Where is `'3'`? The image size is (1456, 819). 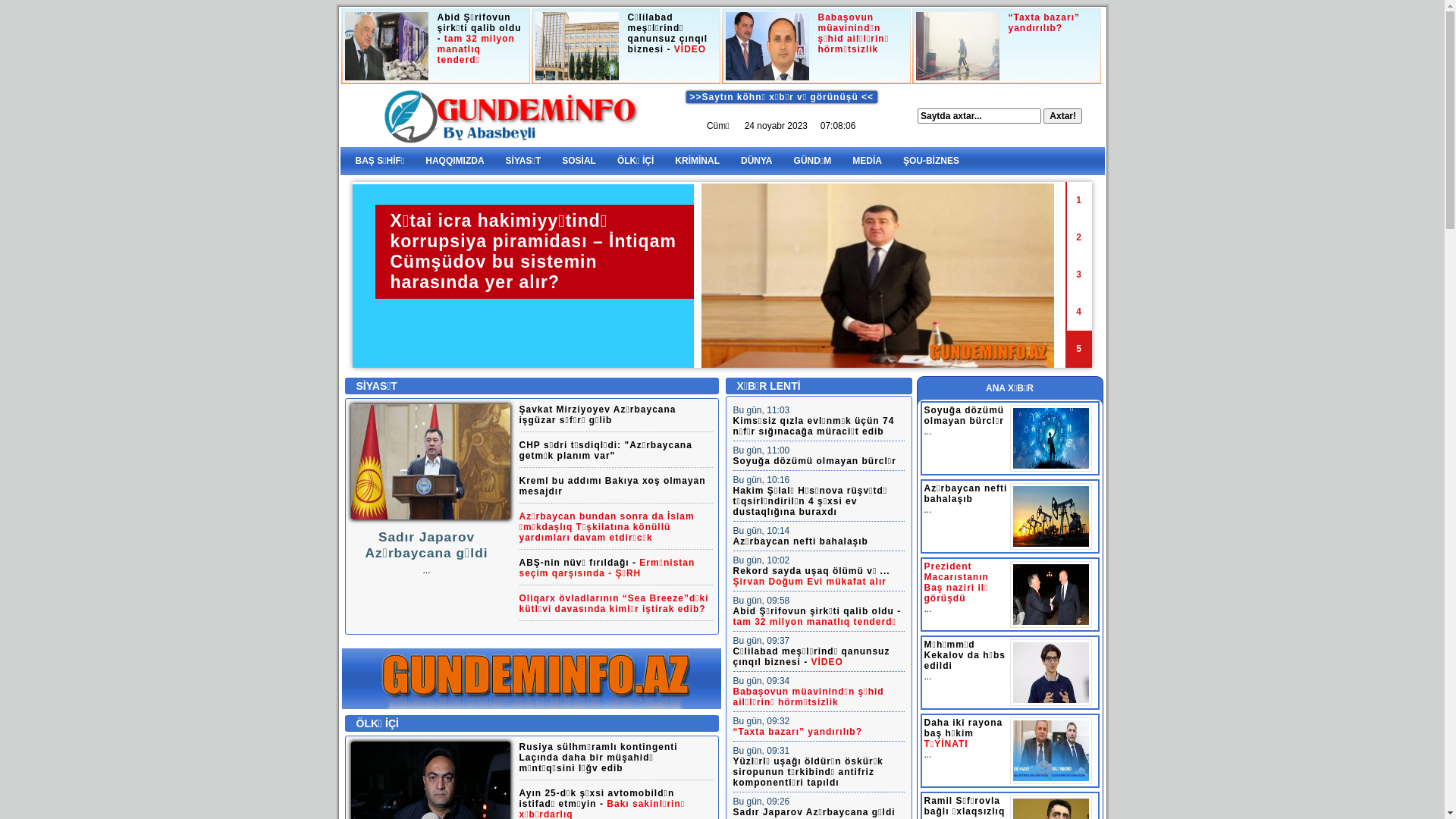
'3' is located at coordinates (1078, 275).